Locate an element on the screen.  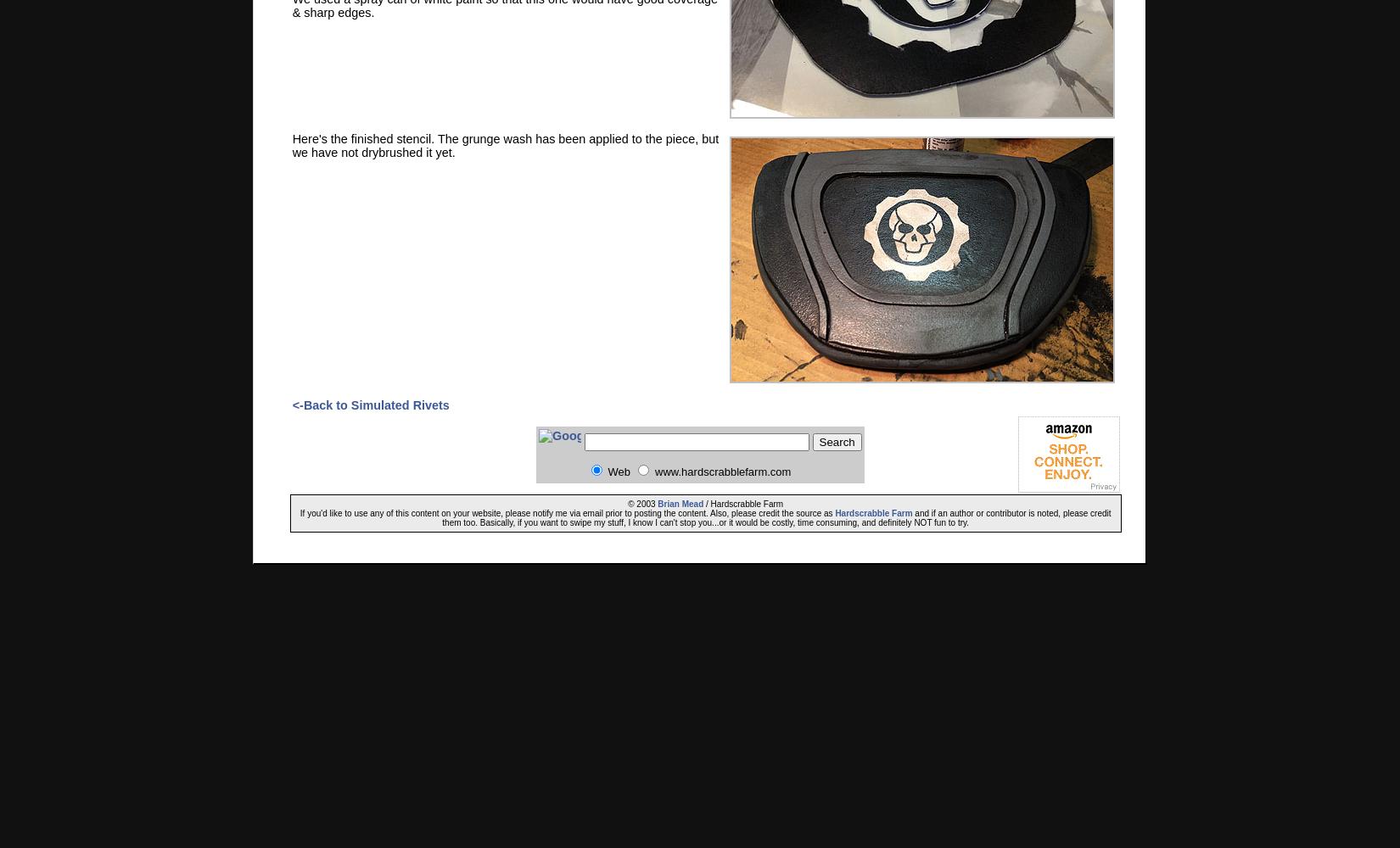
'Hardscrabble
    Farm' is located at coordinates (873, 512).